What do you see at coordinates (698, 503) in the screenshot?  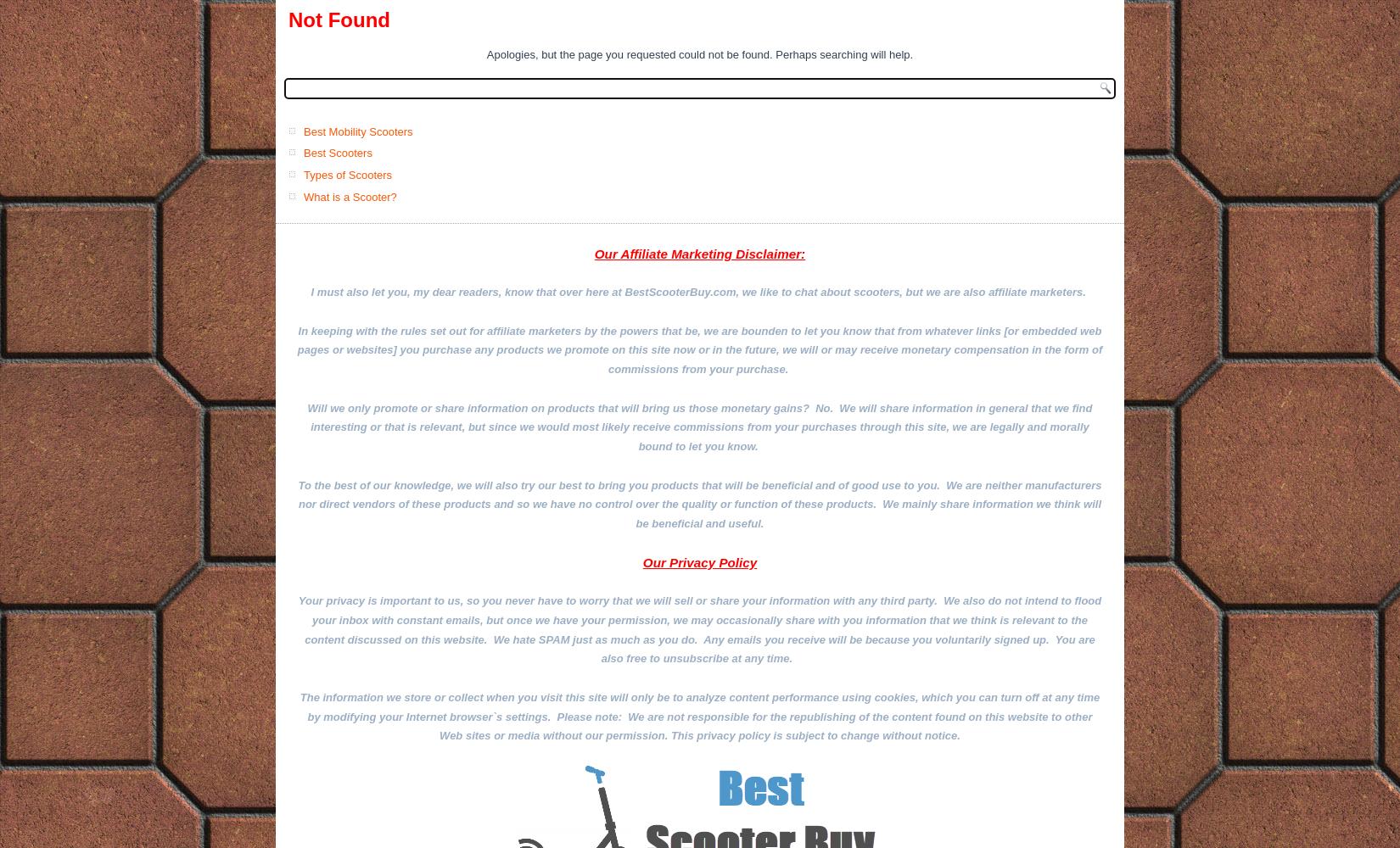 I see `'To the best of our knowledge, we will also try our best to bring you products that will be beneficial and of good use to you.  We are neither manufacturers nor direct vendors of these products and so we have no control over the quality or function of these products.  We mainly share information we think will be beneficial and useful.'` at bounding box center [698, 503].